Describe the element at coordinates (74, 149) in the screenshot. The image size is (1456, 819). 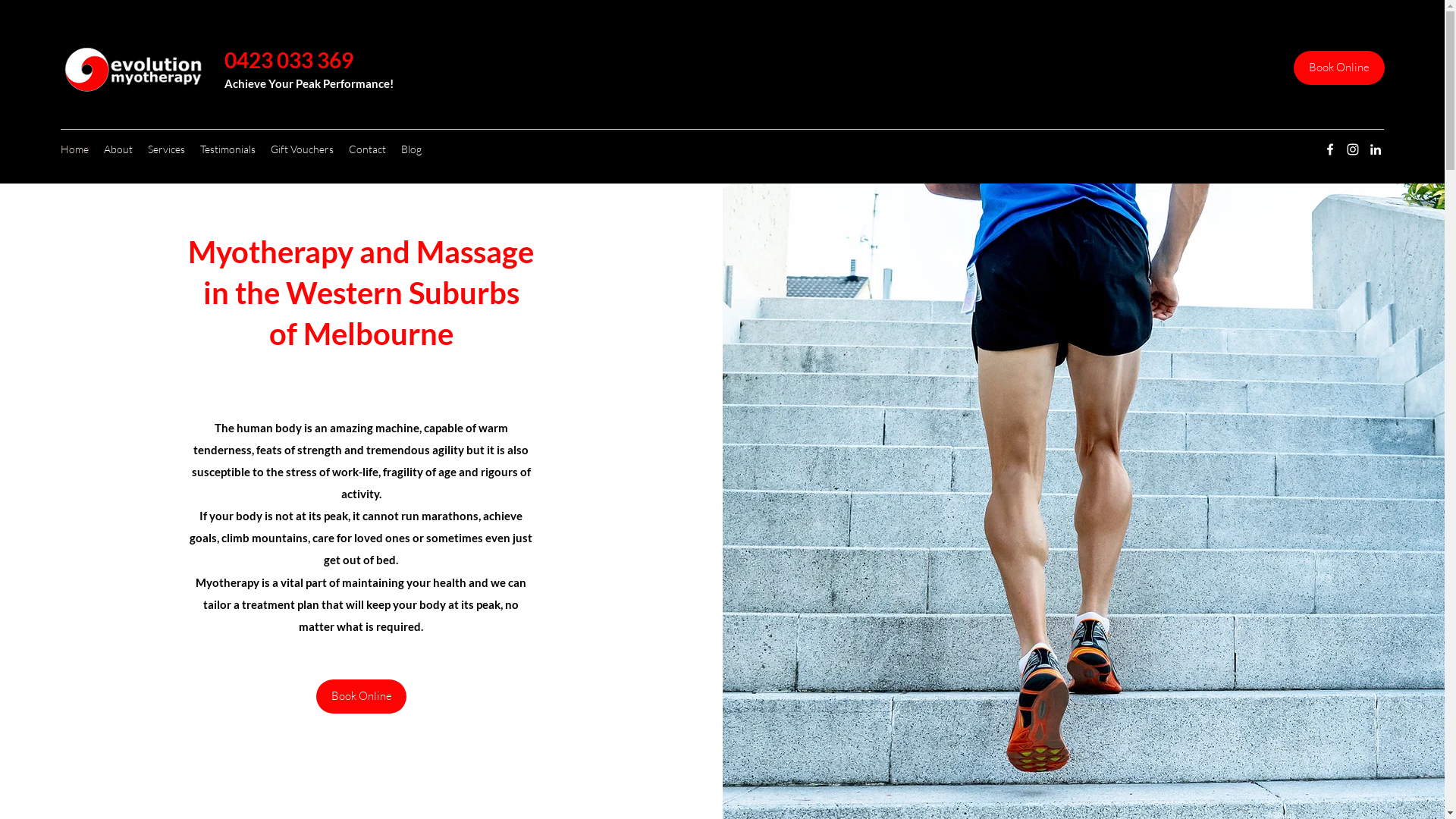
I see `'Home'` at that location.